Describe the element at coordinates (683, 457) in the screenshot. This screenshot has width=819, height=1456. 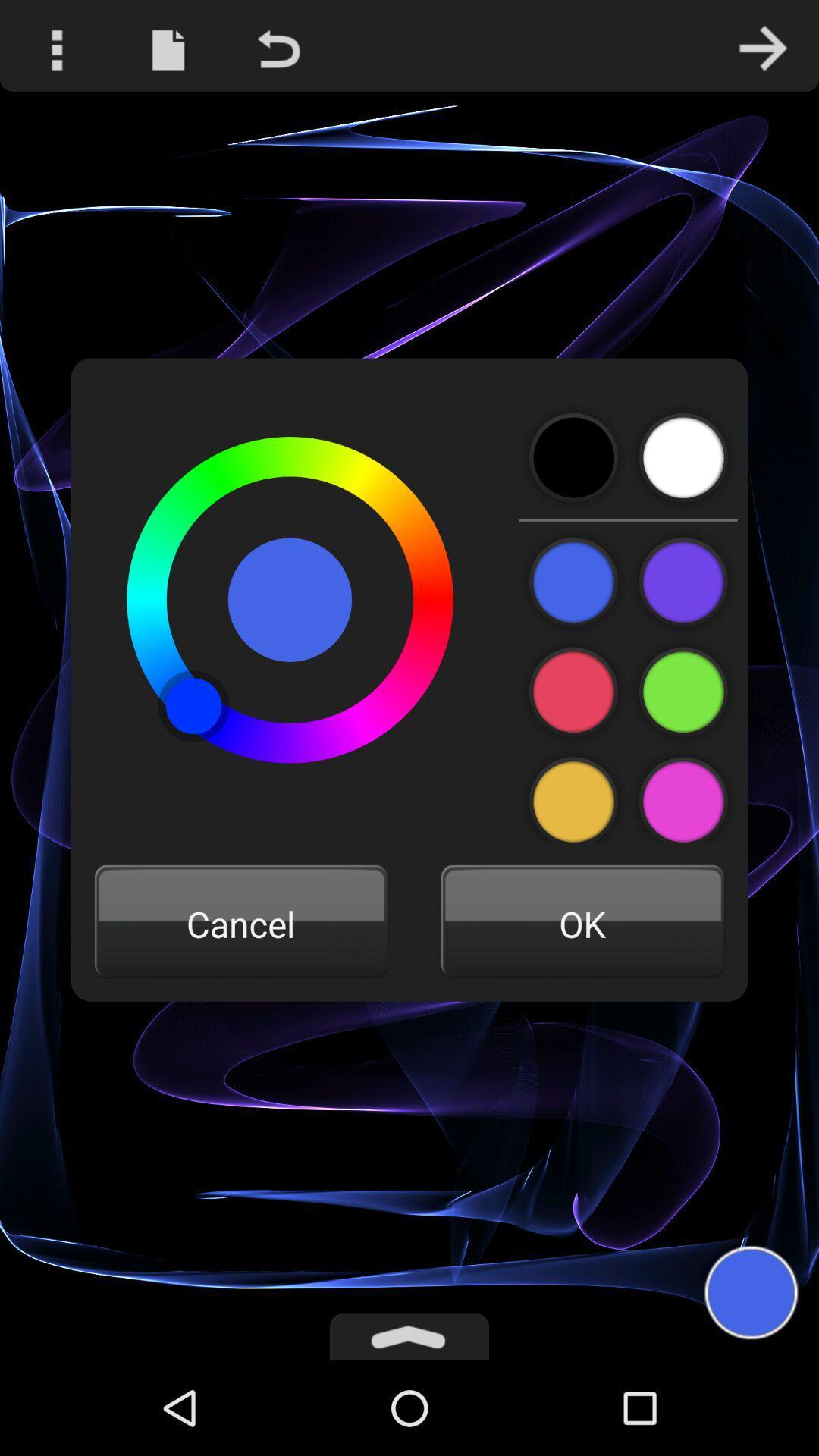
I see `color` at that location.